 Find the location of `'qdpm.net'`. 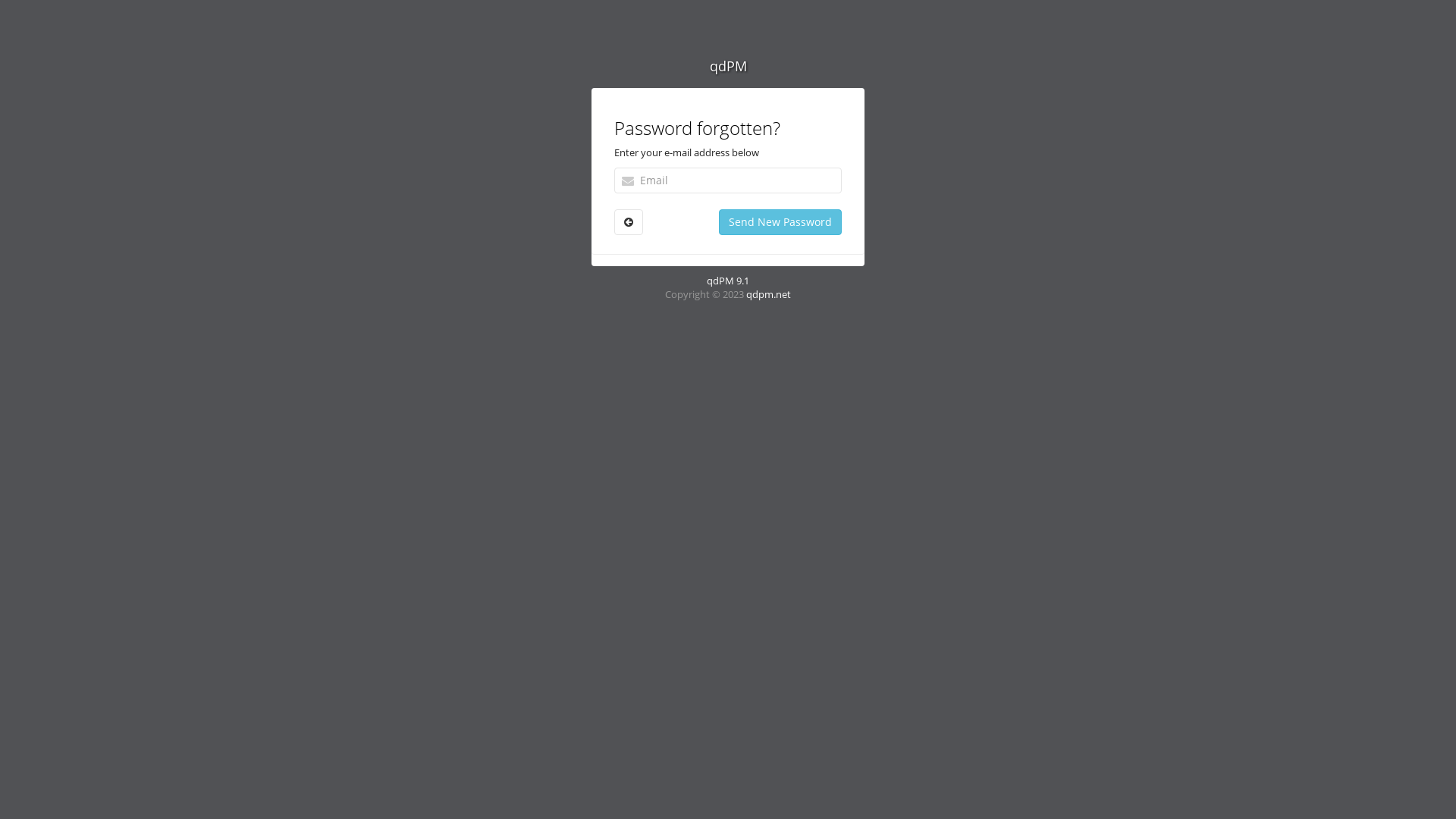

'qdpm.net' is located at coordinates (768, 294).